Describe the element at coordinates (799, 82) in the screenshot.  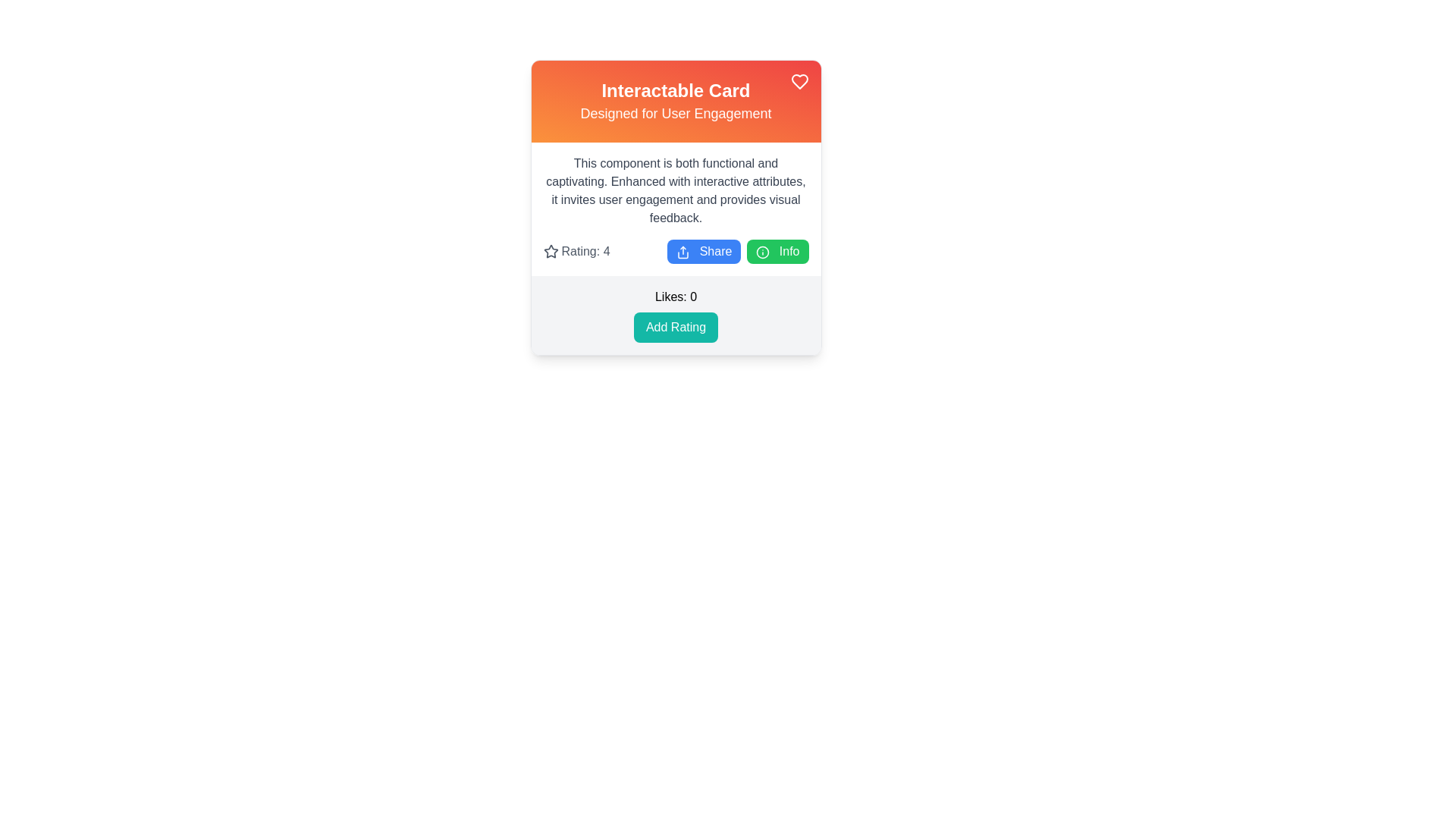
I see `the 'like' or 'favorite' icon located at the top-right corner of the card interface` at that location.